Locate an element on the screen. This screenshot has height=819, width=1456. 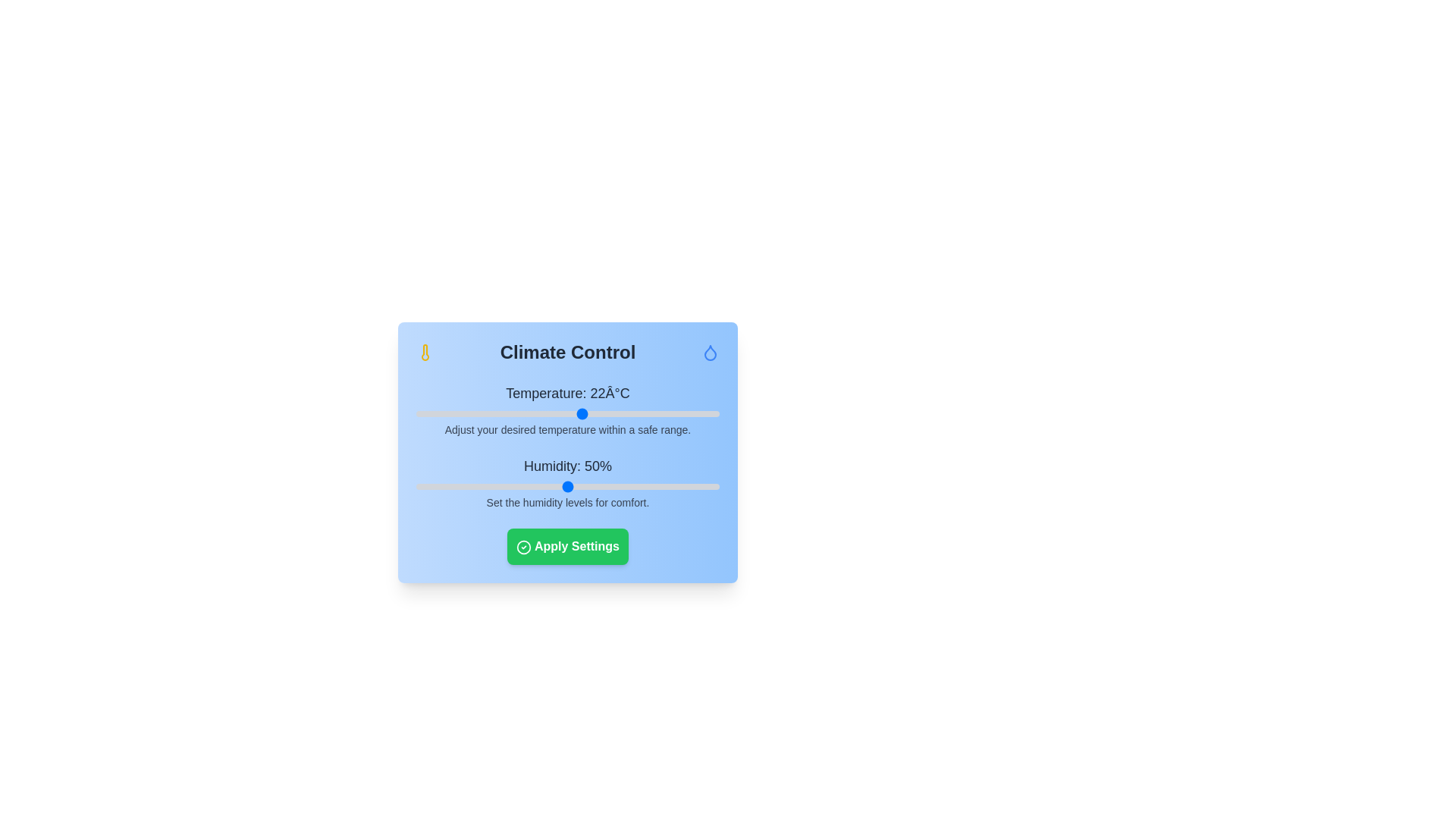
the SVG Circle element within the 'Apply Settings' button of the Climate Control widget, which serves as a visual indicator or iconography is located at coordinates (524, 547).